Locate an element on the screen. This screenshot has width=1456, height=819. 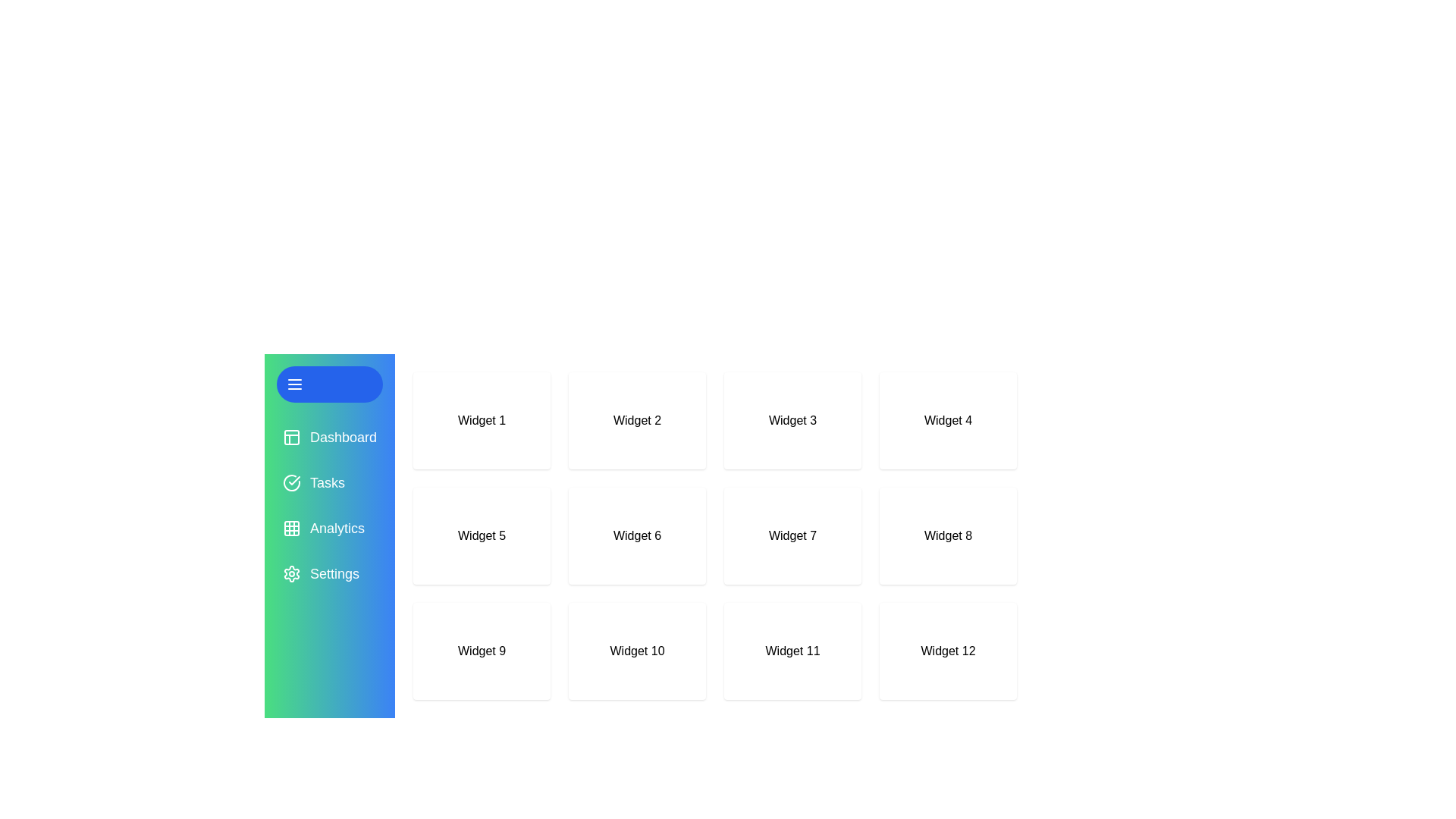
the navigation menu item Dashboard is located at coordinates (329, 438).